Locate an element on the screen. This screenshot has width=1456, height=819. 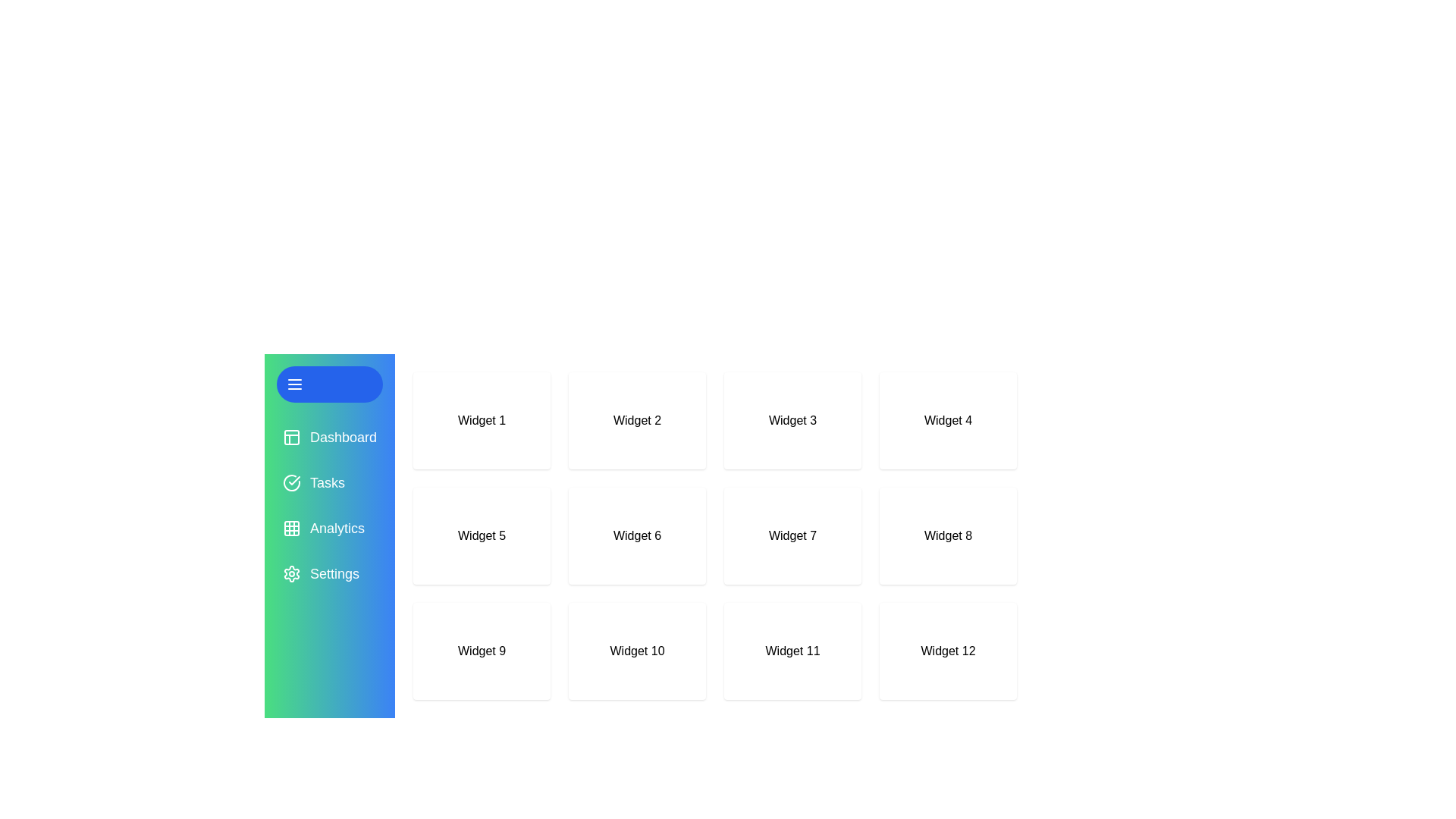
the navigation menu item Dashboard is located at coordinates (329, 438).